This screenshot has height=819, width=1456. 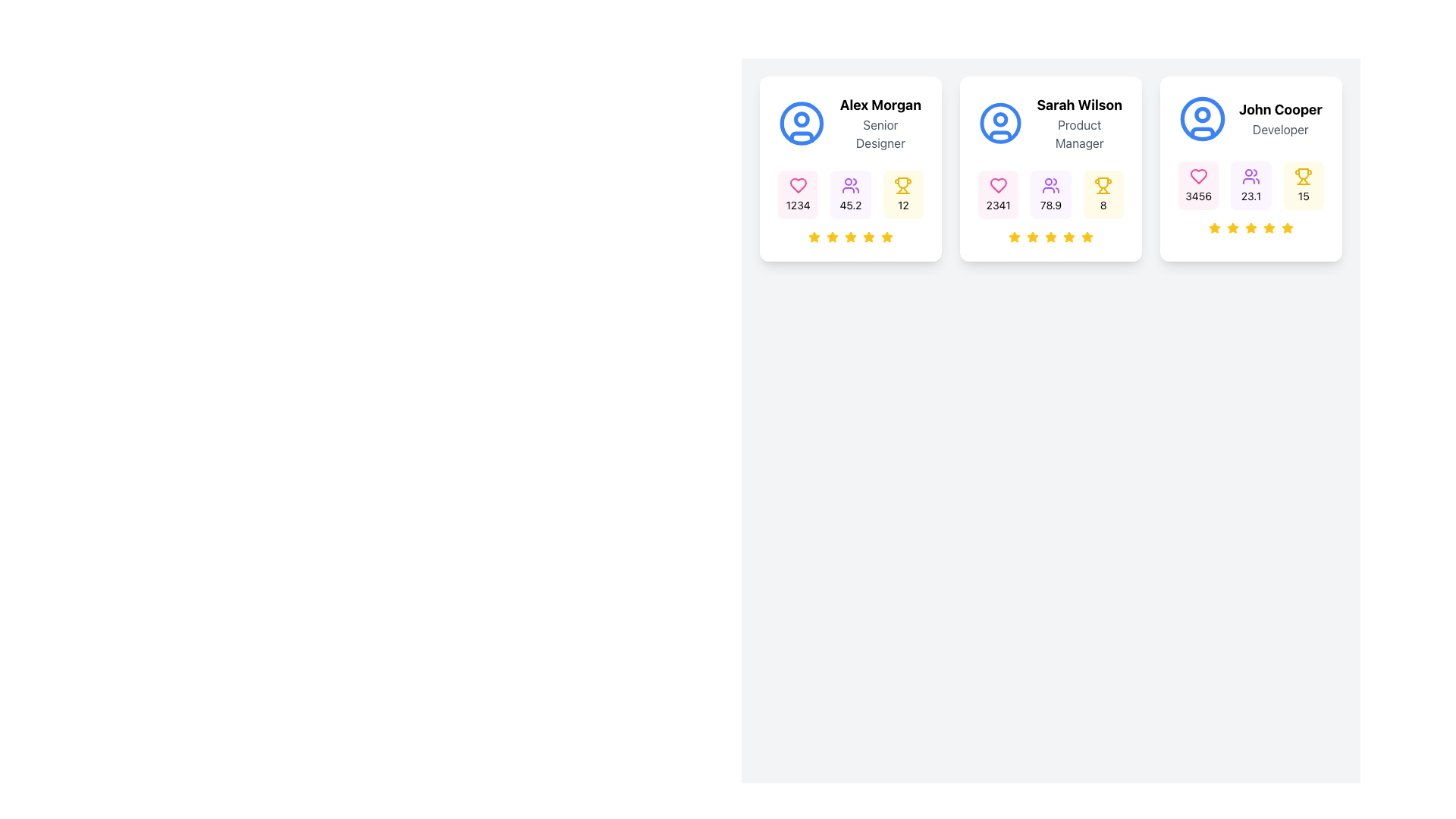 I want to click on the text label indicating the job title associated with 'John Cooper' in the last card on the rightmost side, so click(x=1279, y=128).